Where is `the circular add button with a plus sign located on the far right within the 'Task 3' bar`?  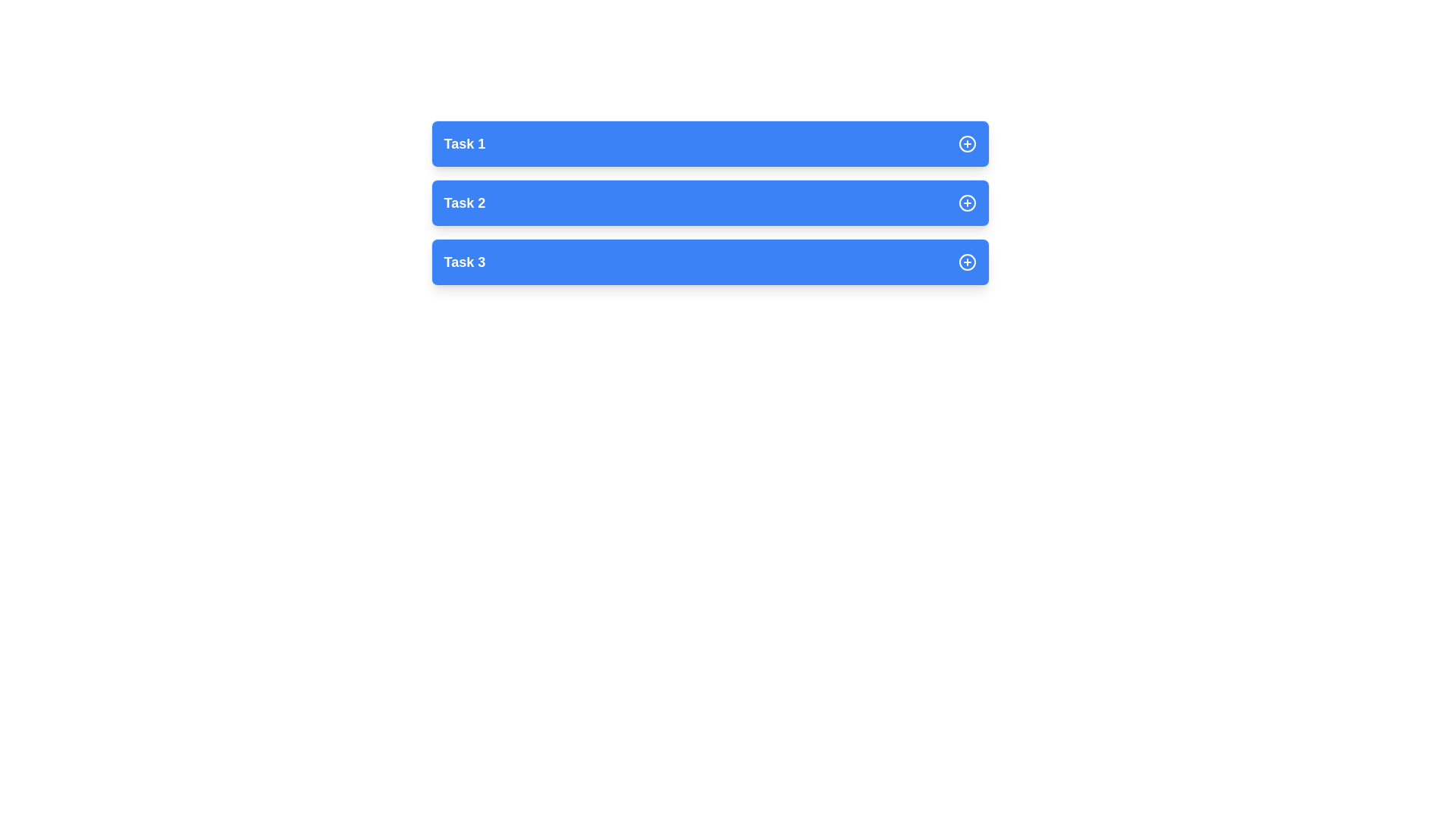
the circular add button with a plus sign located on the far right within the 'Task 3' bar is located at coordinates (966, 262).